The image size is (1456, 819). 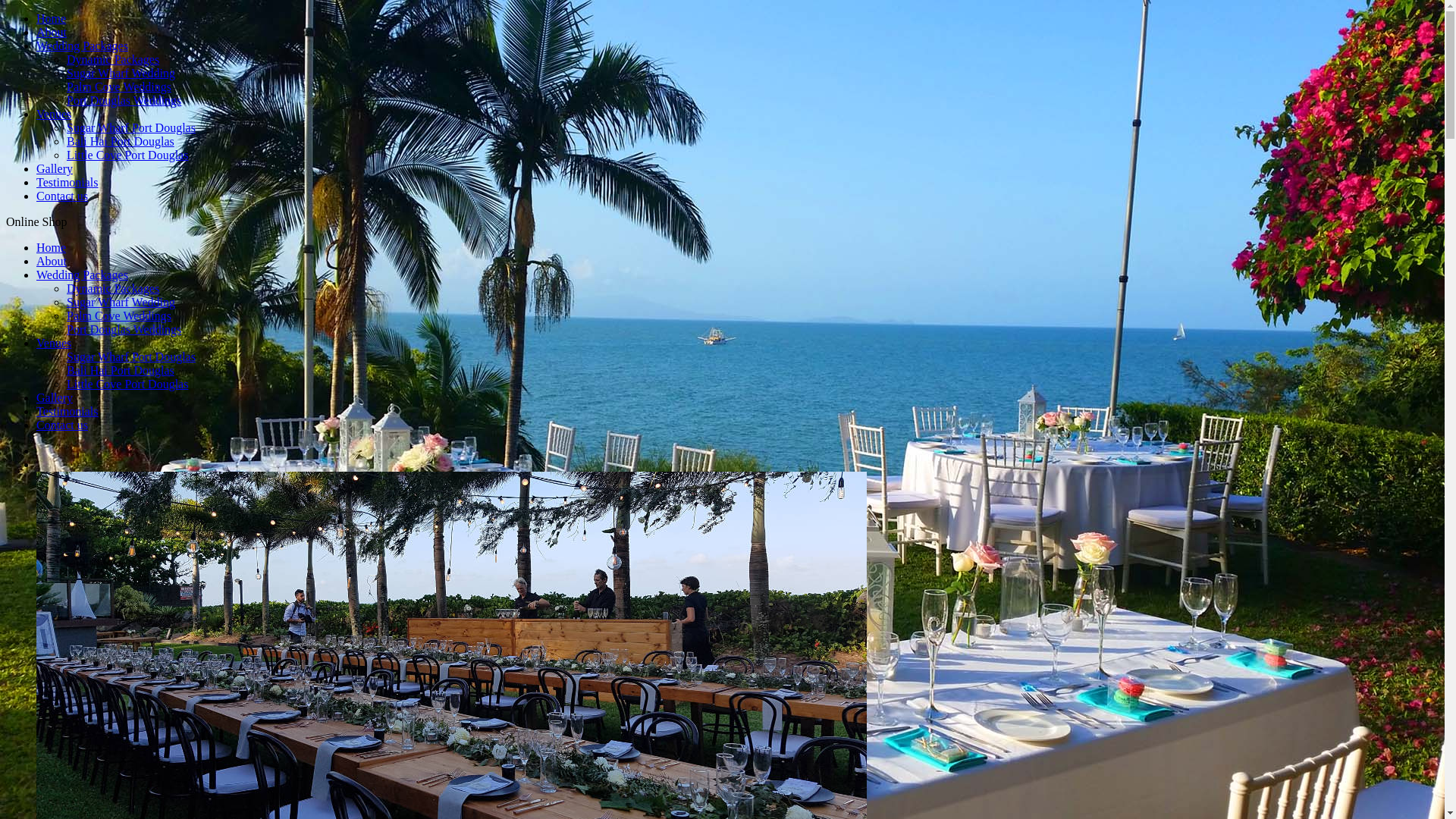 I want to click on 'About', so click(x=36, y=260).